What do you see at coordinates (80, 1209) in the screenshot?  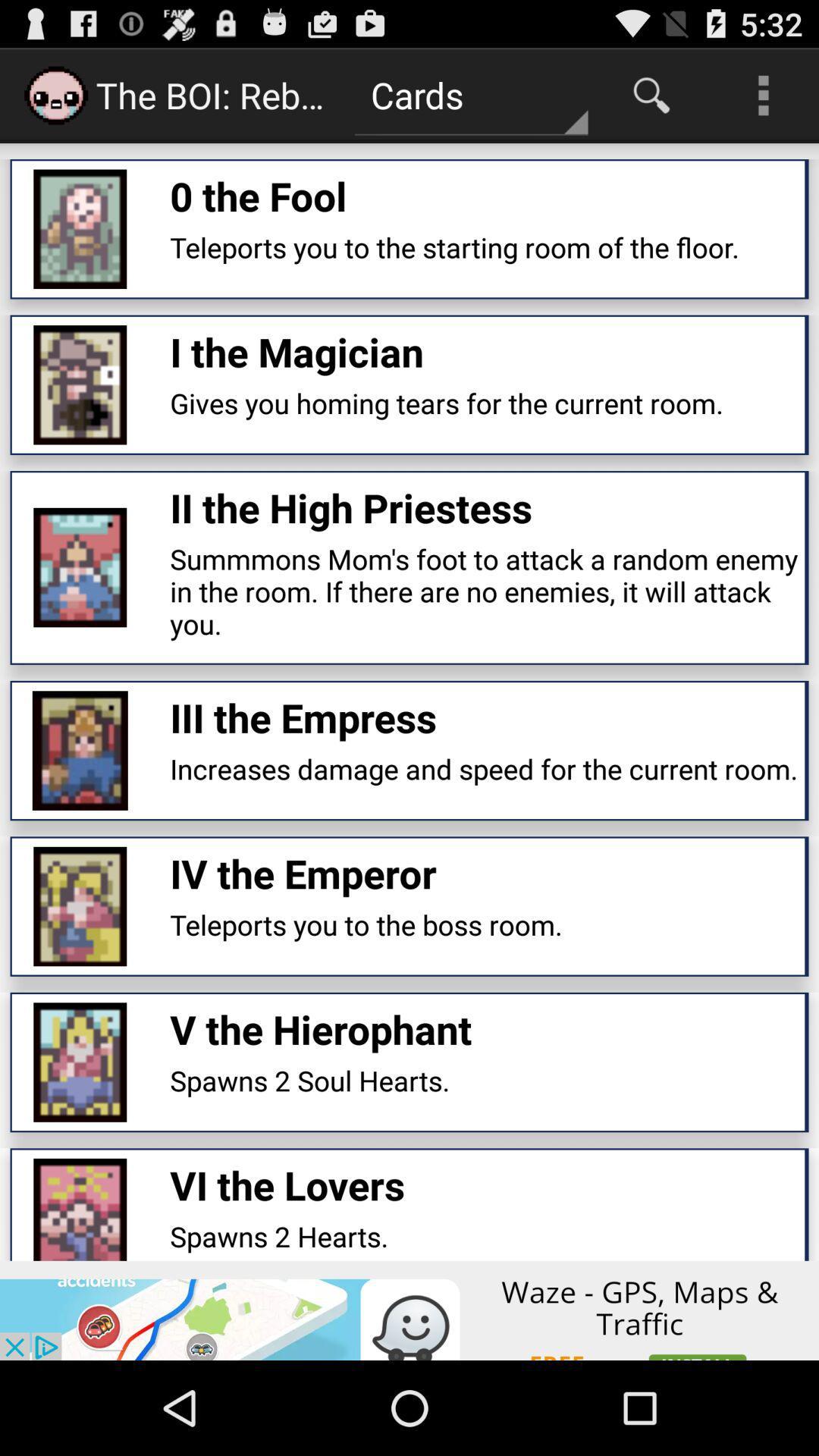 I see `the image which is present on the left side of the vi the lovers` at bounding box center [80, 1209].